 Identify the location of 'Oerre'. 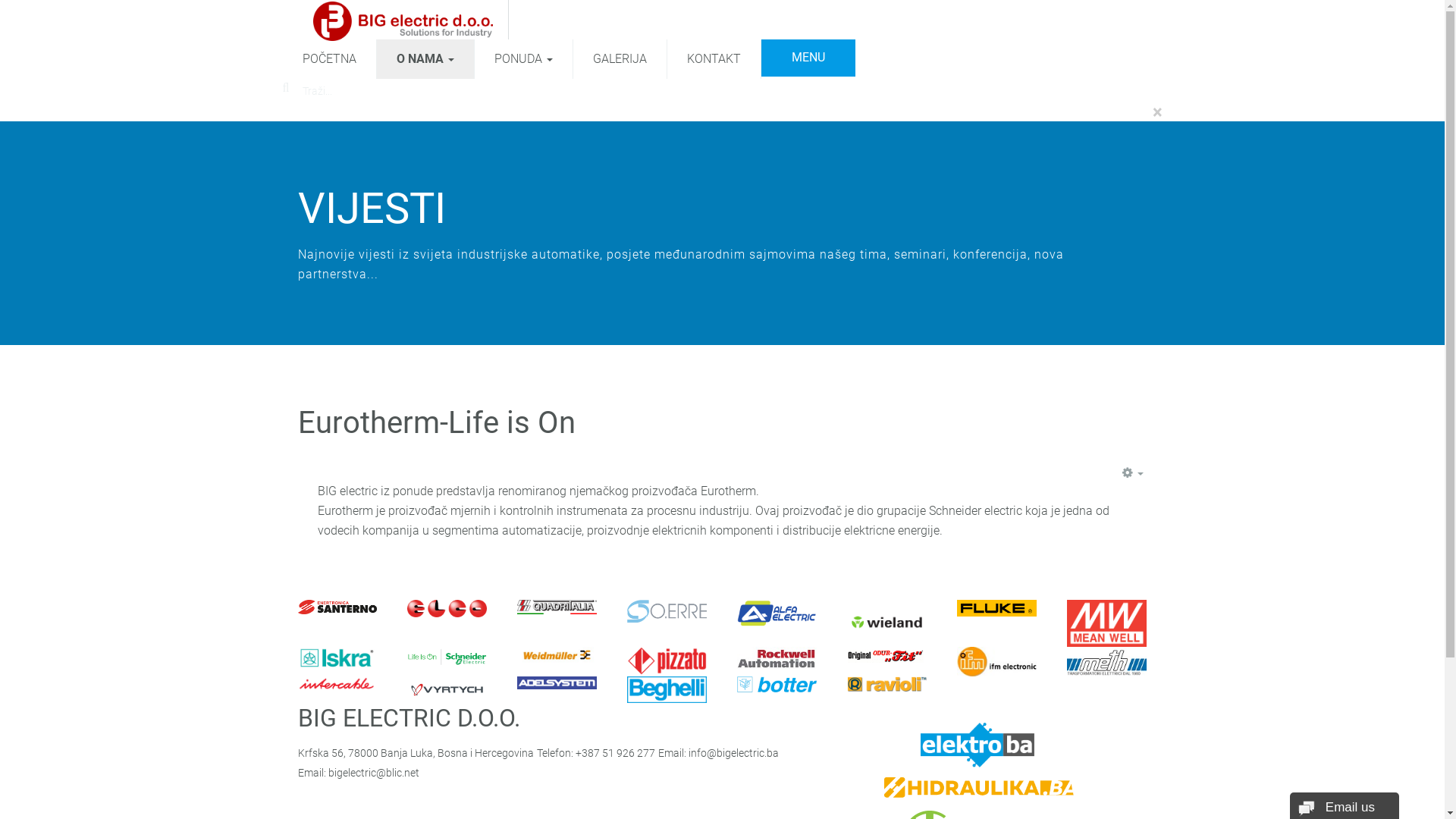
(667, 610).